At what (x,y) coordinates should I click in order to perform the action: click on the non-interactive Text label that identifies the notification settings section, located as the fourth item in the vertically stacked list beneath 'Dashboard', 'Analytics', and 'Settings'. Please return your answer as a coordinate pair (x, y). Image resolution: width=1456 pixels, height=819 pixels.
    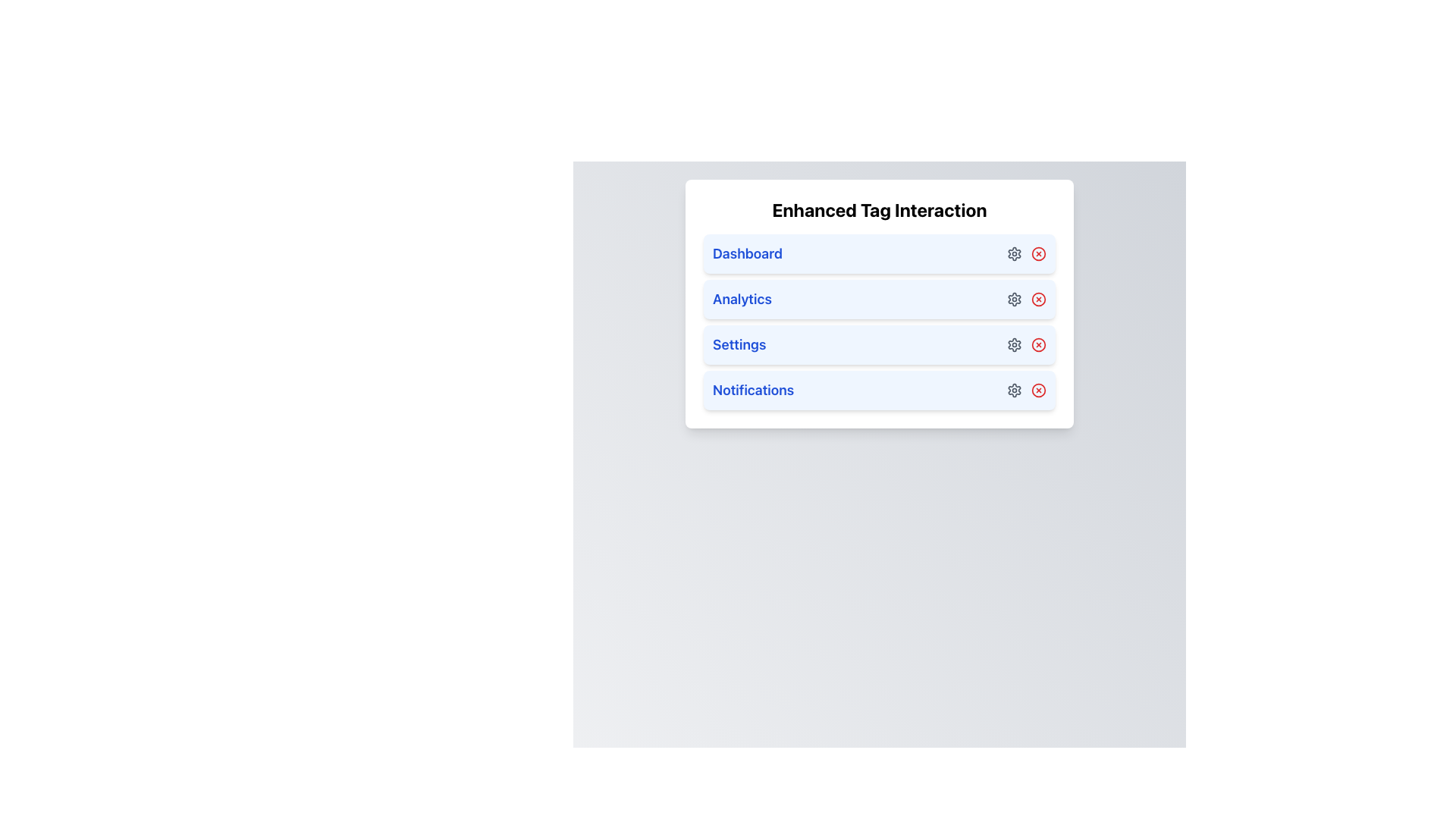
    Looking at the image, I should click on (753, 390).